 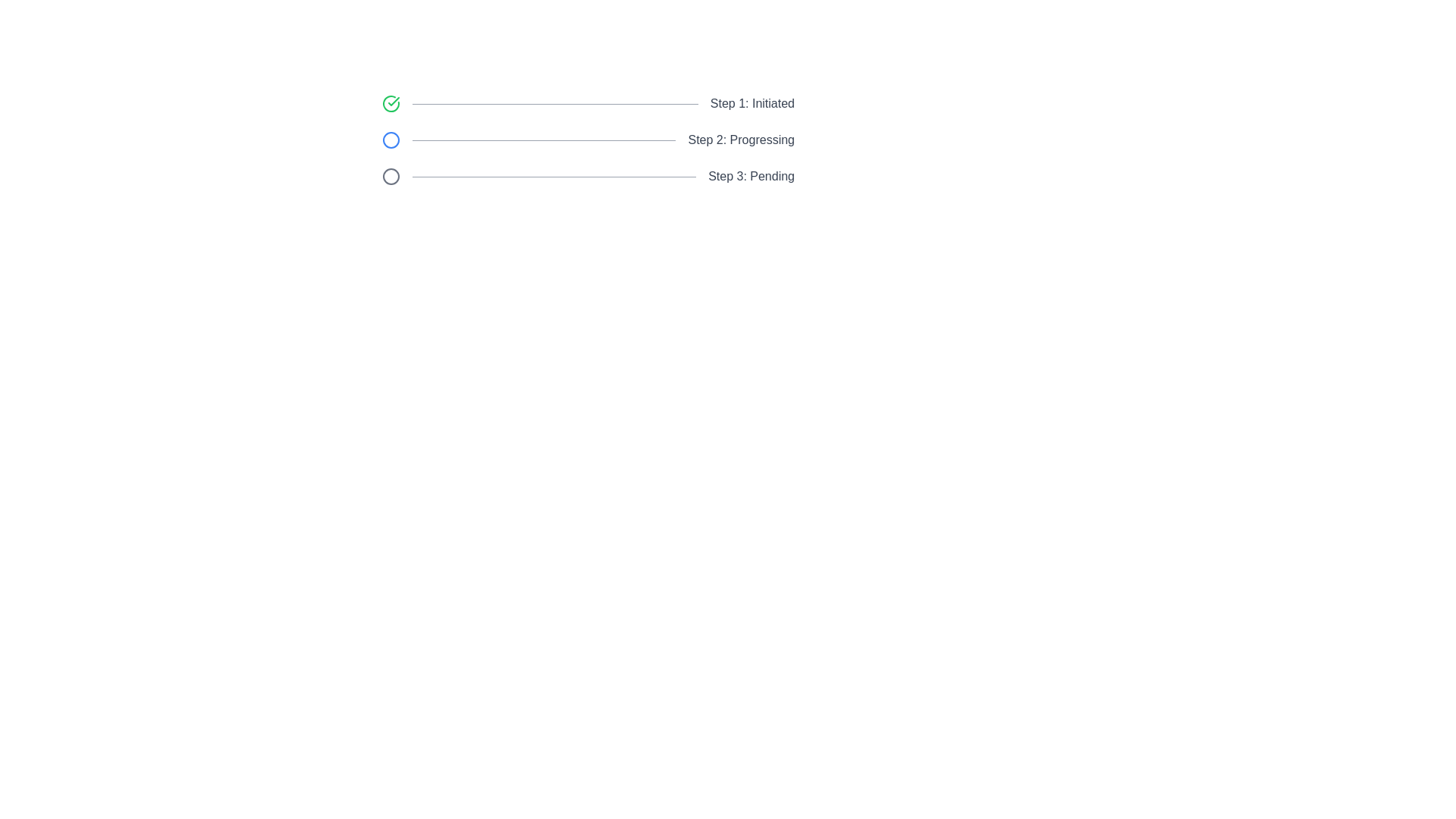 What do you see at coordinates (554, 103) in the screenshot?
I see `the Separator or progress bar that visually represents 'Step 1: Initiated', positioned horizontally between the checkmark icon and the 'Step 1: Initiated' text` at bounding box center [554, 103].